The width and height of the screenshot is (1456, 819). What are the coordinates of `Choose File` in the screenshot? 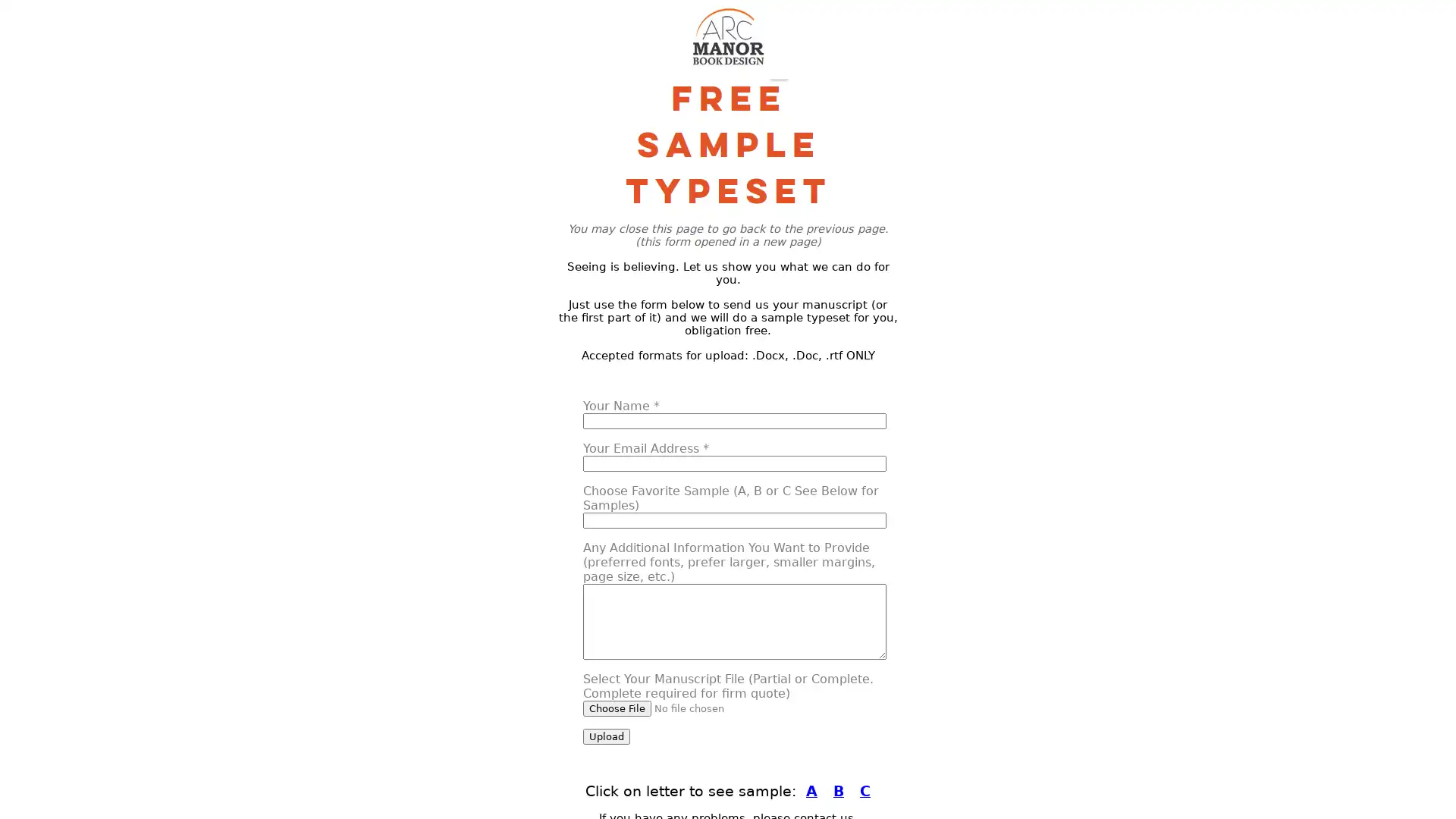 It's located at (617, 708).